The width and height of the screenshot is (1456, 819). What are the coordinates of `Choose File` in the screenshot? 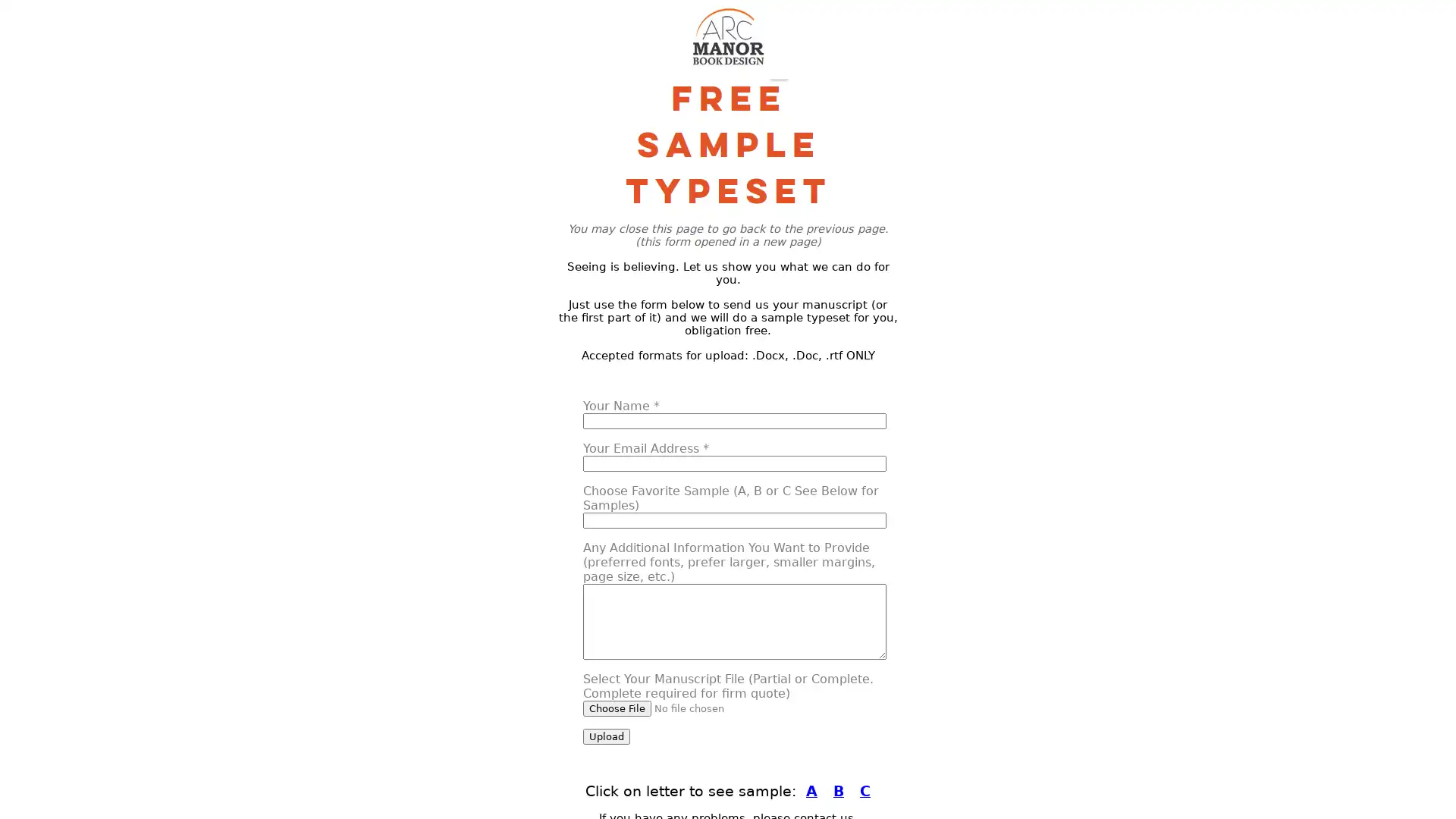 It's located at (617, 708).